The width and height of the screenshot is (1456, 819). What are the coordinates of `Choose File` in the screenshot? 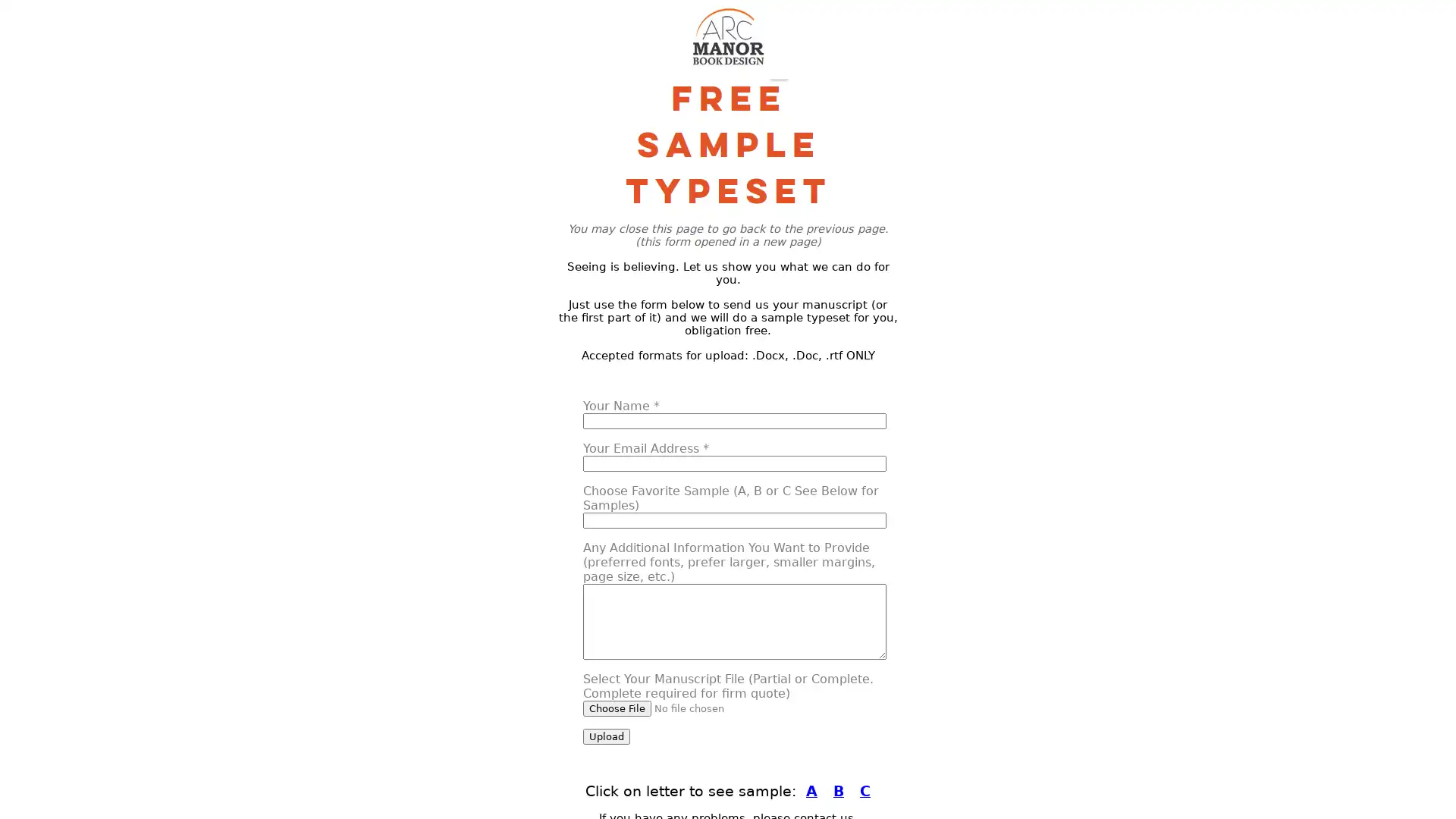 It's located at (617, 708).